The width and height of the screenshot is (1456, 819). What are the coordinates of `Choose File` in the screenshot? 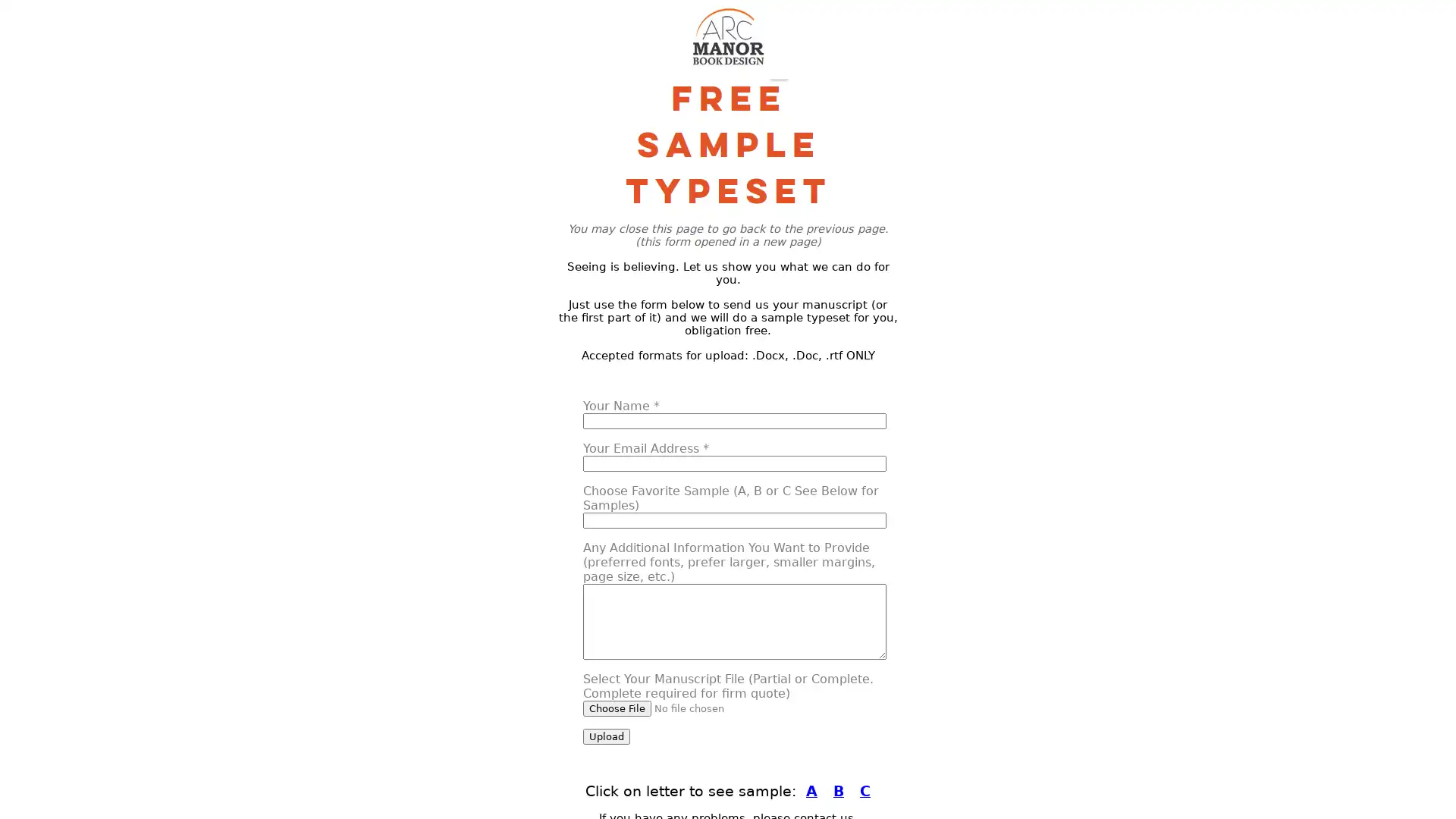 It's located at (617, 708).